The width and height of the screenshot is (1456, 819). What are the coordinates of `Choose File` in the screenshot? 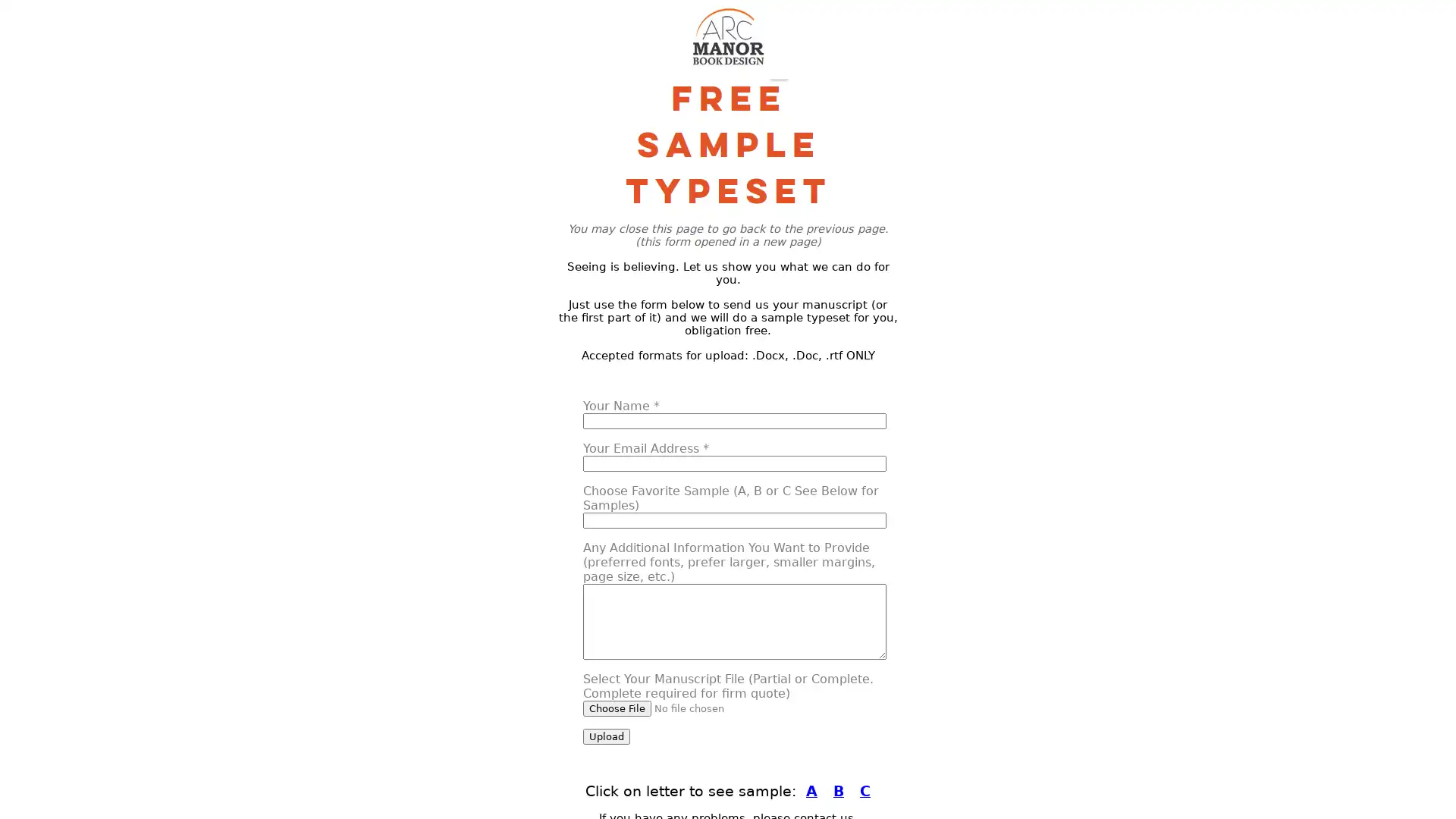 It's located at (617, 708).